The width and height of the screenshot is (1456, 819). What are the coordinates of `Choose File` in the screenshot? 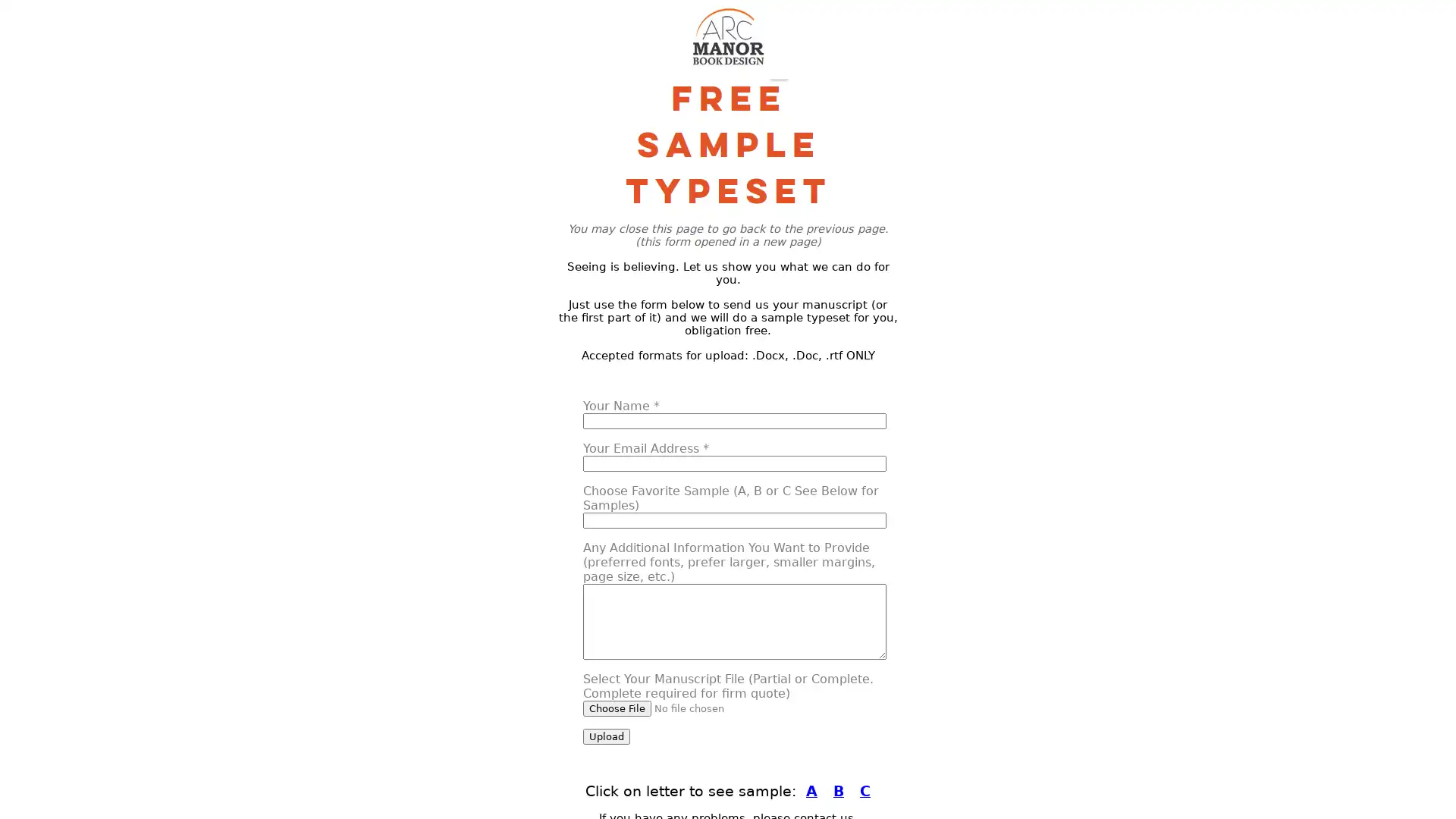 It's located at (617, 708).